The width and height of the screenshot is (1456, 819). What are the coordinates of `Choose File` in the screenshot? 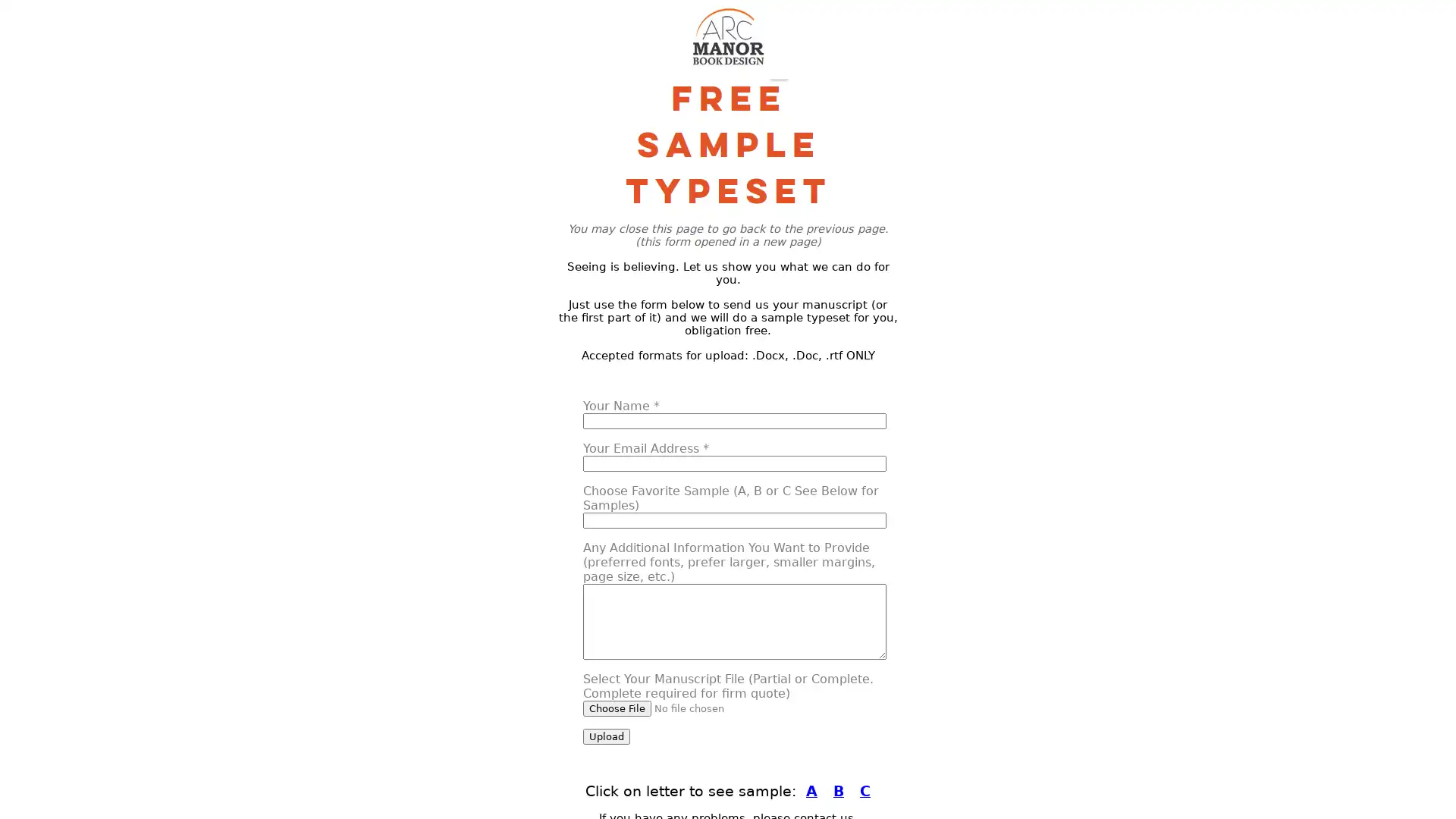 It's located at (617, 708).